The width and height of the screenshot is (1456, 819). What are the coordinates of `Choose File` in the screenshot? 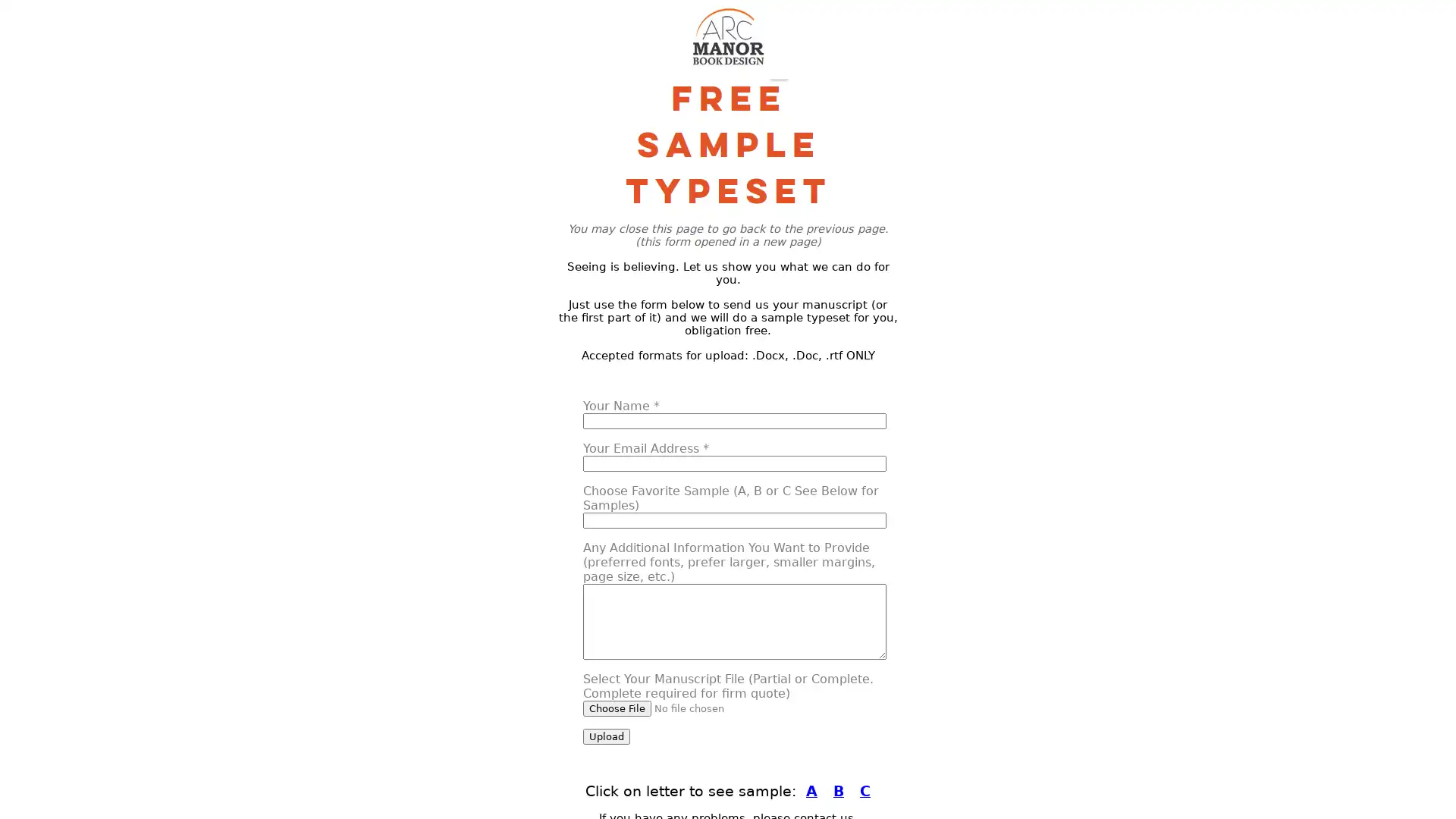 It's located at (617, 708).